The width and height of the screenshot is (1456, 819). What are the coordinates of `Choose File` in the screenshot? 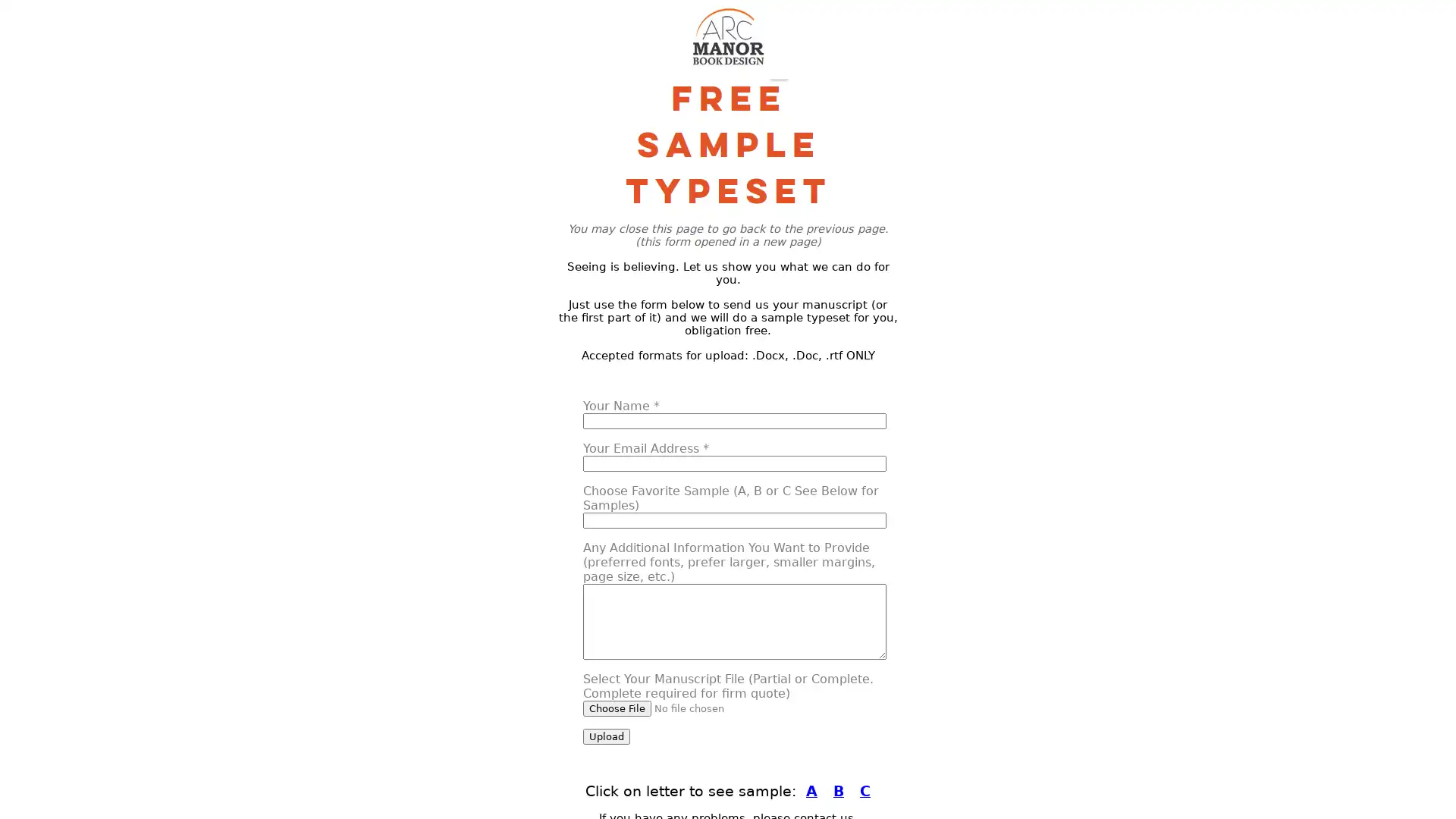 It's located at (617, 708).